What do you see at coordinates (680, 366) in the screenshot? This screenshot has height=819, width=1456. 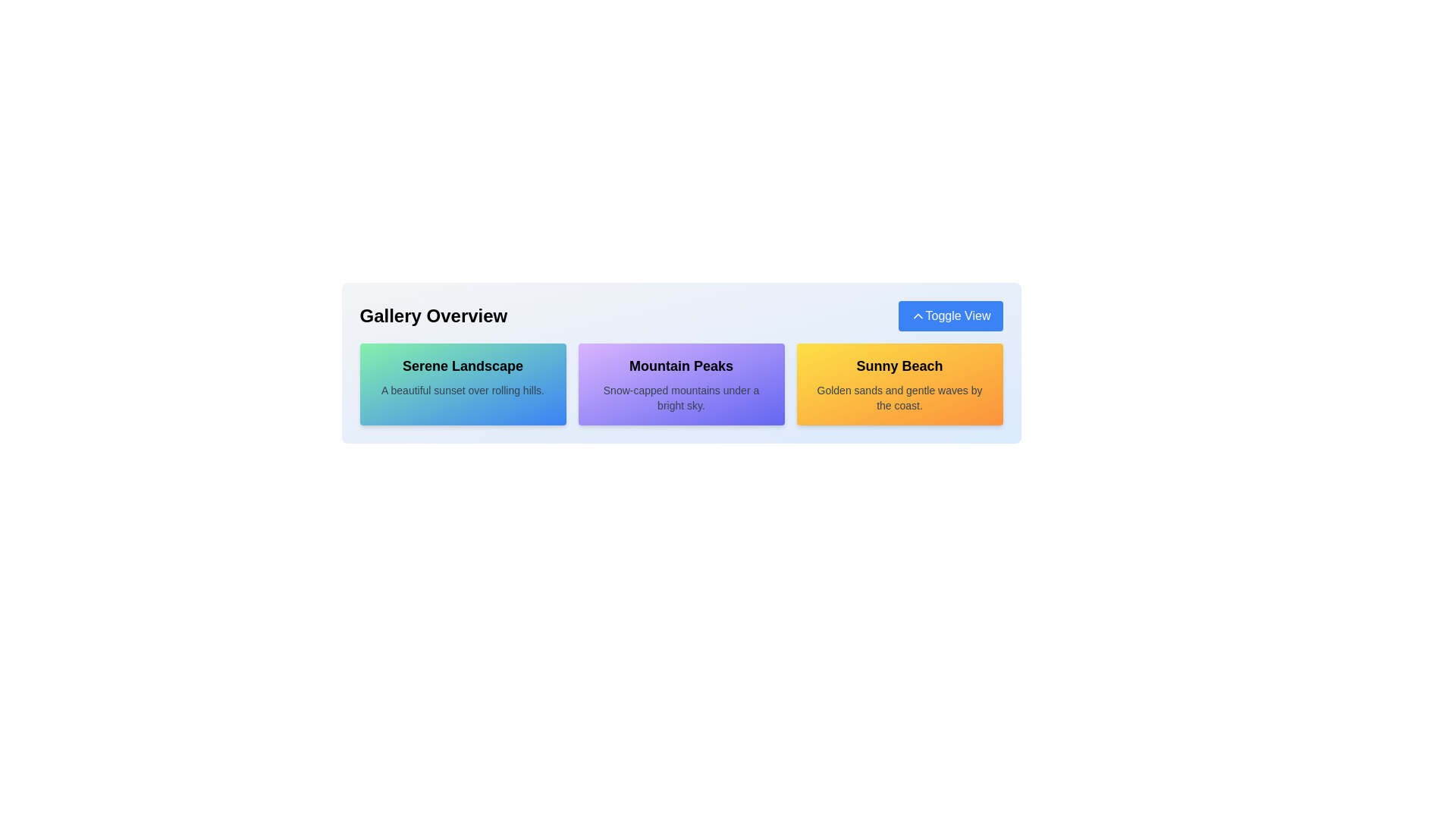 I see `the content of the text label reading 'Mountain Peaks', which is prominently displayed in bold, large font at the upper part of its containing card` at bounding box center [680, 366].